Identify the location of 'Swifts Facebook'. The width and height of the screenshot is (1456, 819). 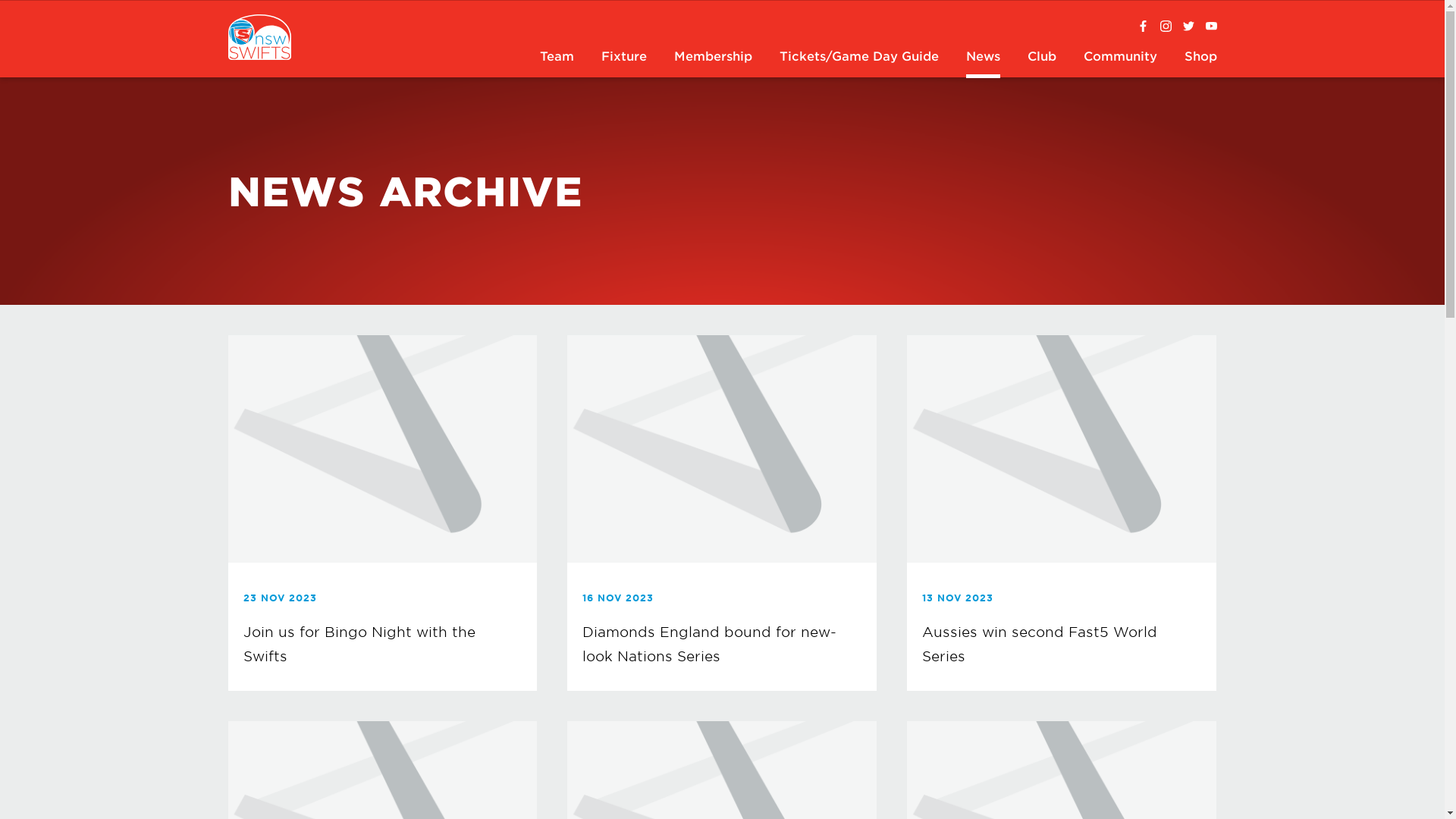
(1143, 26).